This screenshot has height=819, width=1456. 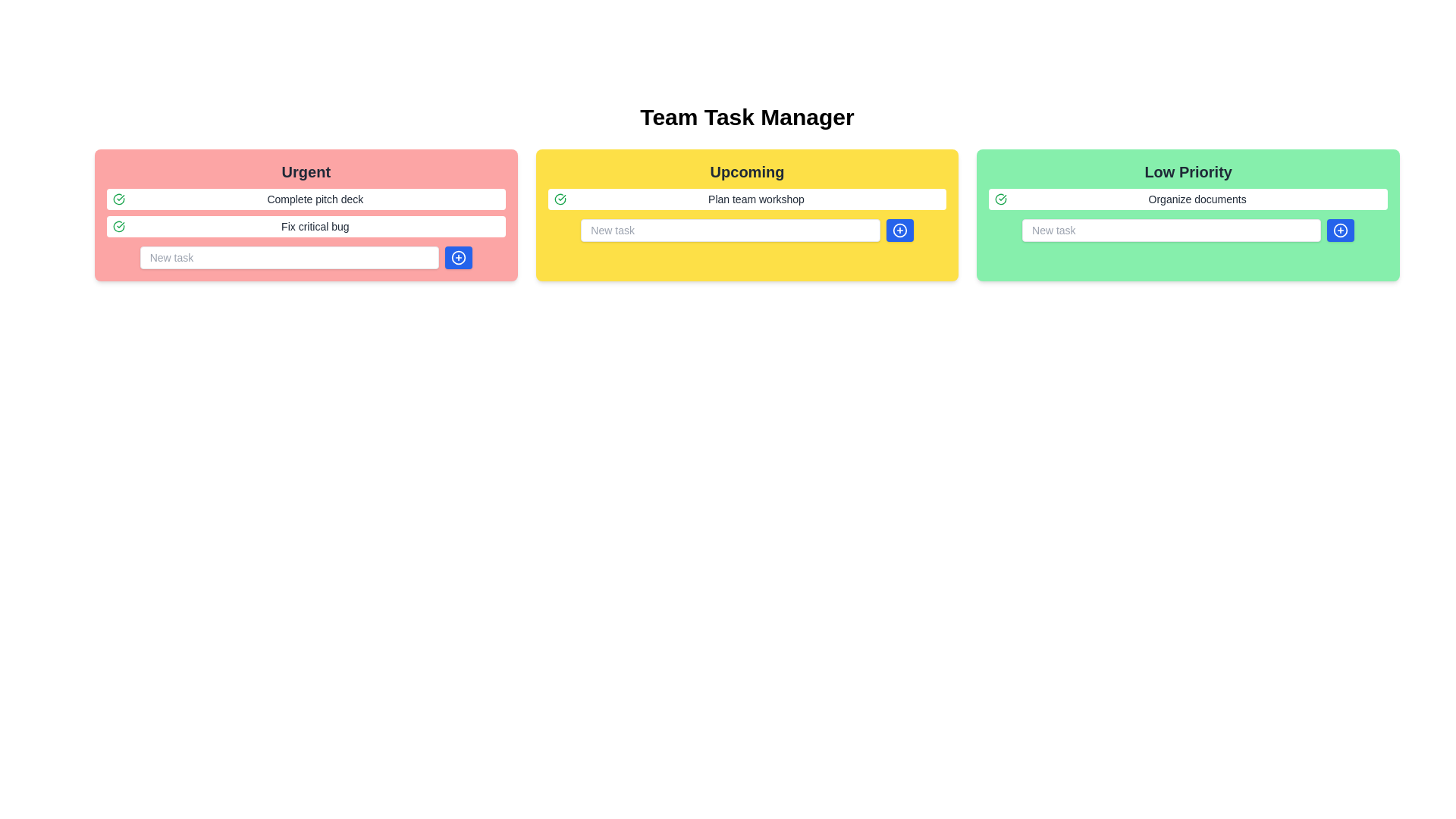 What do you see at coordinates (756, 198) in the screenshot?
I see `the static text label that reads 'Plan team workshop', which is centered in the 'Upcoming' card on the 'Team Task Manager' page, positioned above the 'New task' input field` at bounding box center [756, 198].